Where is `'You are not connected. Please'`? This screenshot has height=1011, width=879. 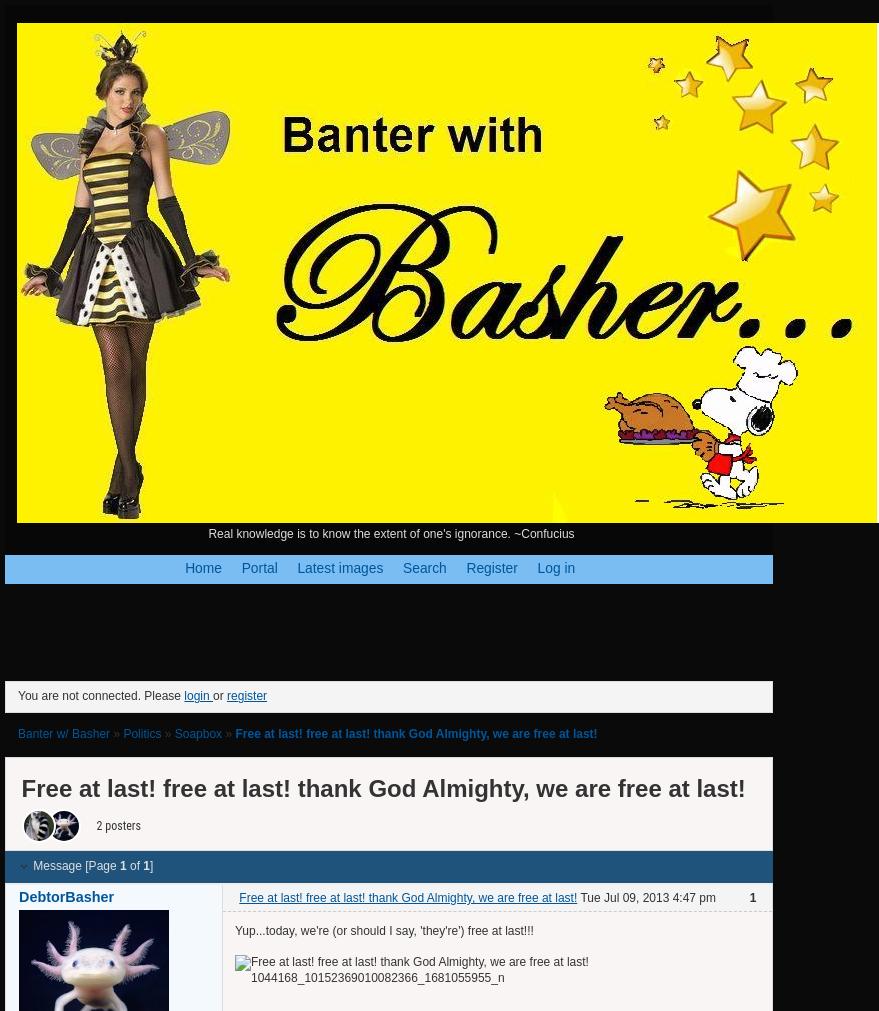
'You are not connected. Please' is located at coordinates (99, 694).